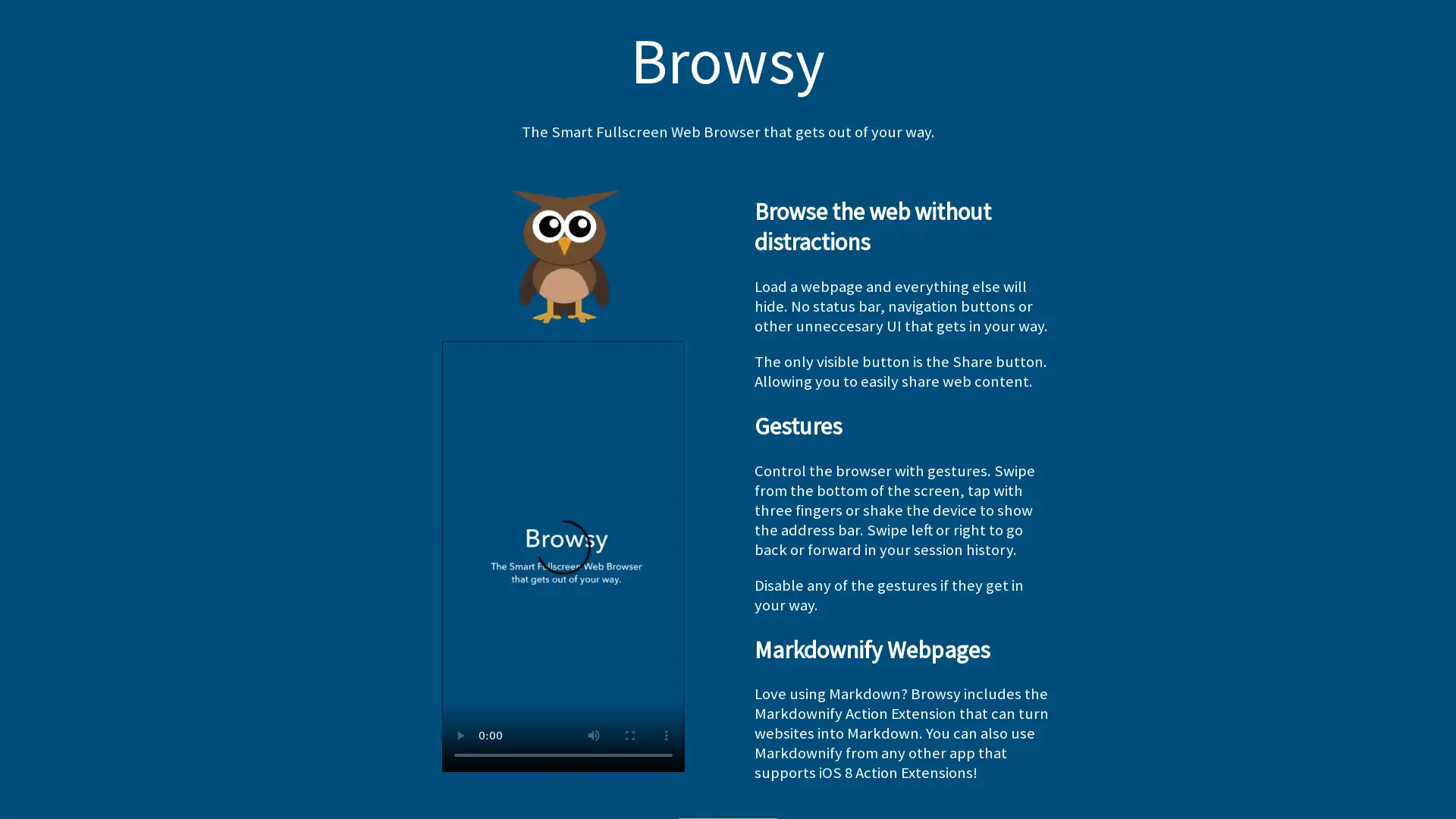  Describe the element at coordinates (592, 733) in the screenshot. I see `mute` at that location.